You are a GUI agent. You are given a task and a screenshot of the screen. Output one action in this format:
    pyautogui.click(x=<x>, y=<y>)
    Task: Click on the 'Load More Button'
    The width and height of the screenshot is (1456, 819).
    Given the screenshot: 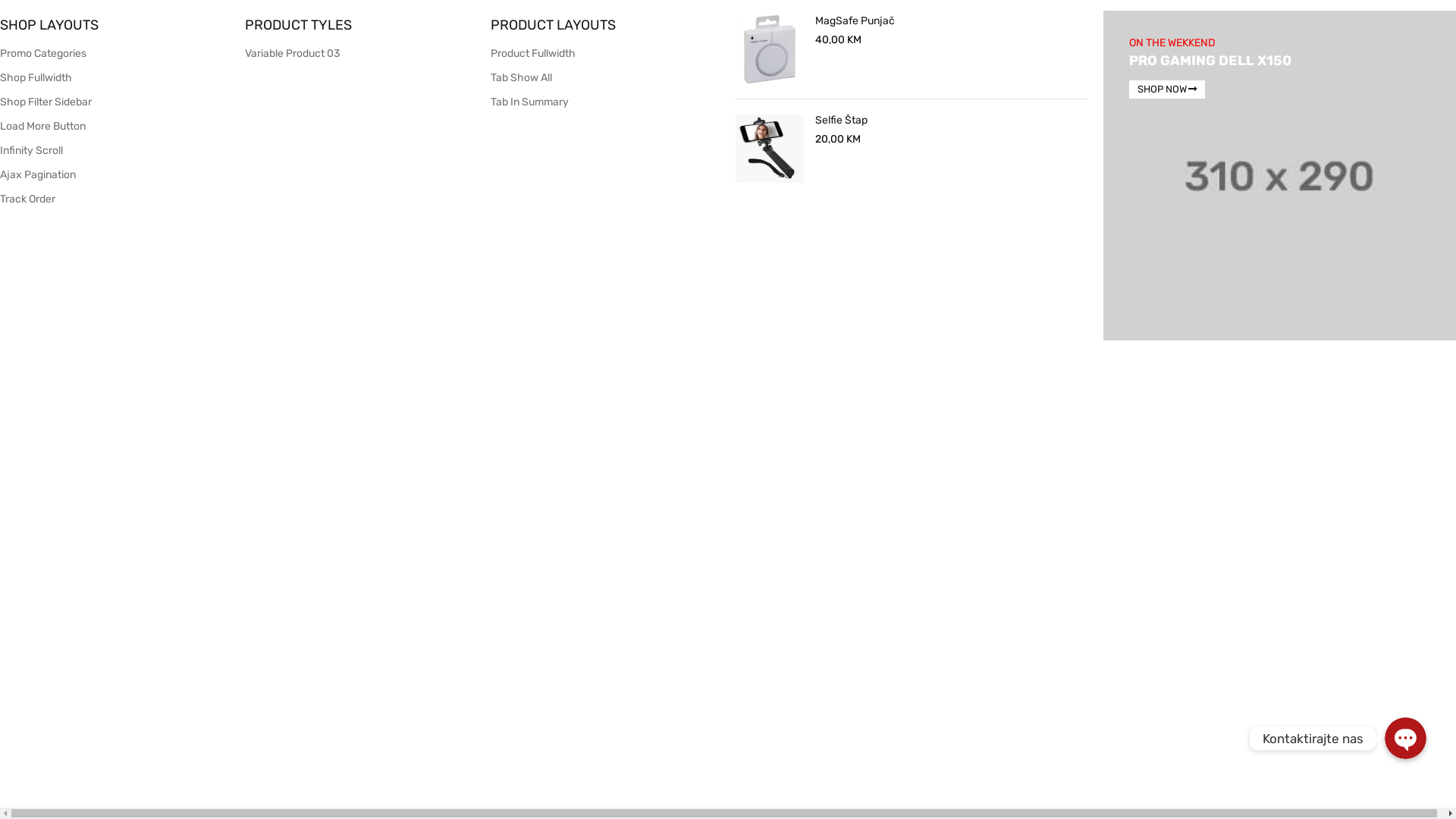 What is the action you would take?
    pyautogui.click(x=0, y=125)
    